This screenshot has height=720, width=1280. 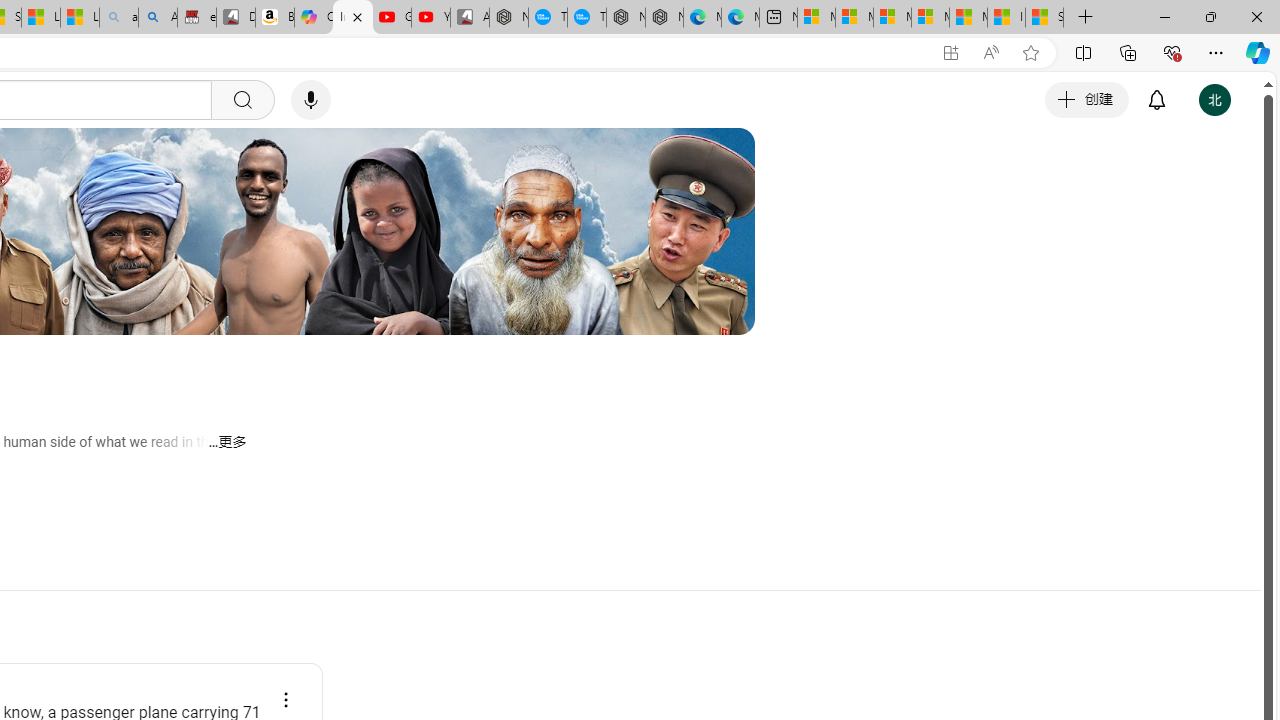 What do you see at coordinates (950, 52) in the screenshot?
I see `'App available. Install YouTube'` at bounding box center [950, 52].